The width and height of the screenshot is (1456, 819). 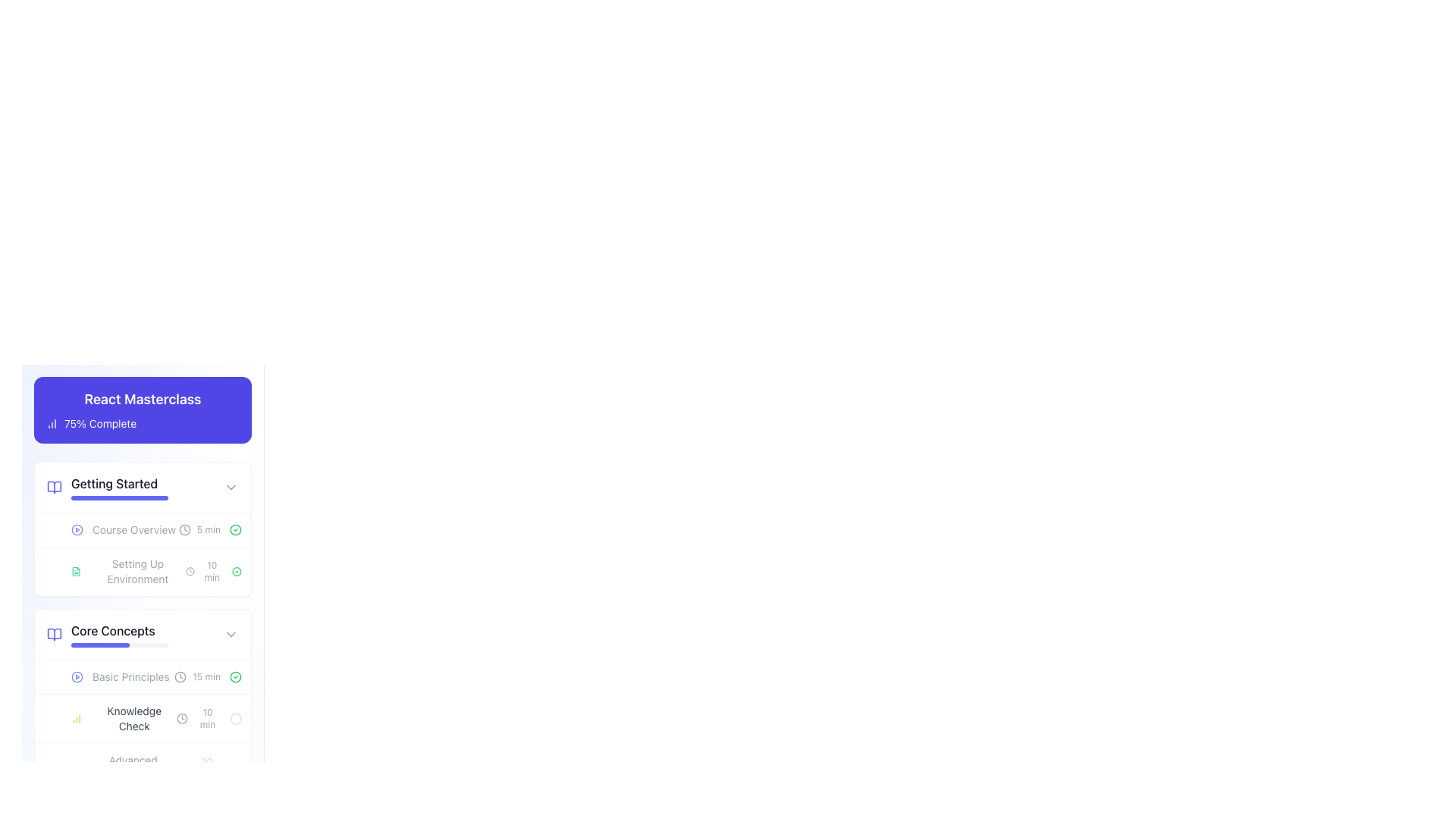 What do you see at coordinates (75, 571) in the screenshot?
I see `the icon representing the 'Setting Up Environment' item in the 'Getting Started' section by moving the cursor to its center point` at bounding box center [75, 571].